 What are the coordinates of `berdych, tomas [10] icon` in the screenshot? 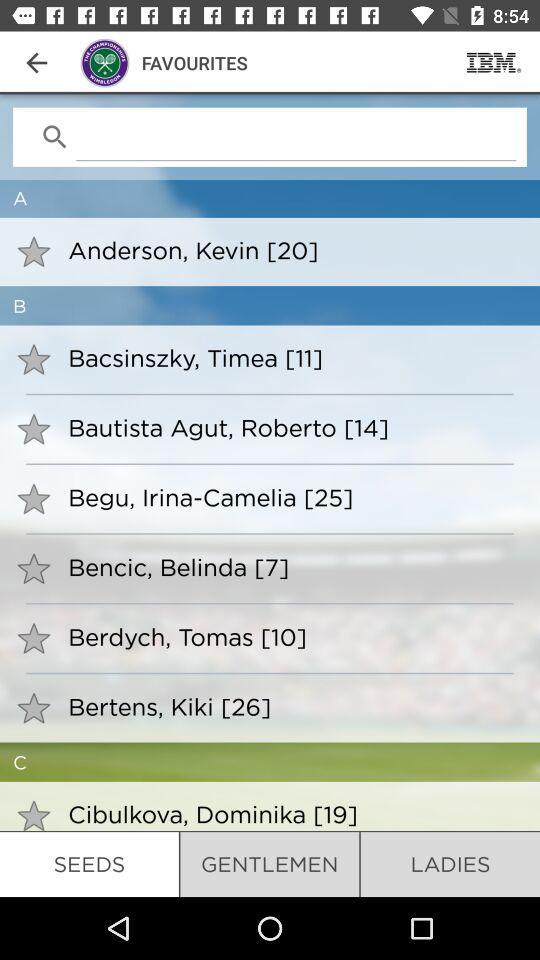 It's located at (290, 635).